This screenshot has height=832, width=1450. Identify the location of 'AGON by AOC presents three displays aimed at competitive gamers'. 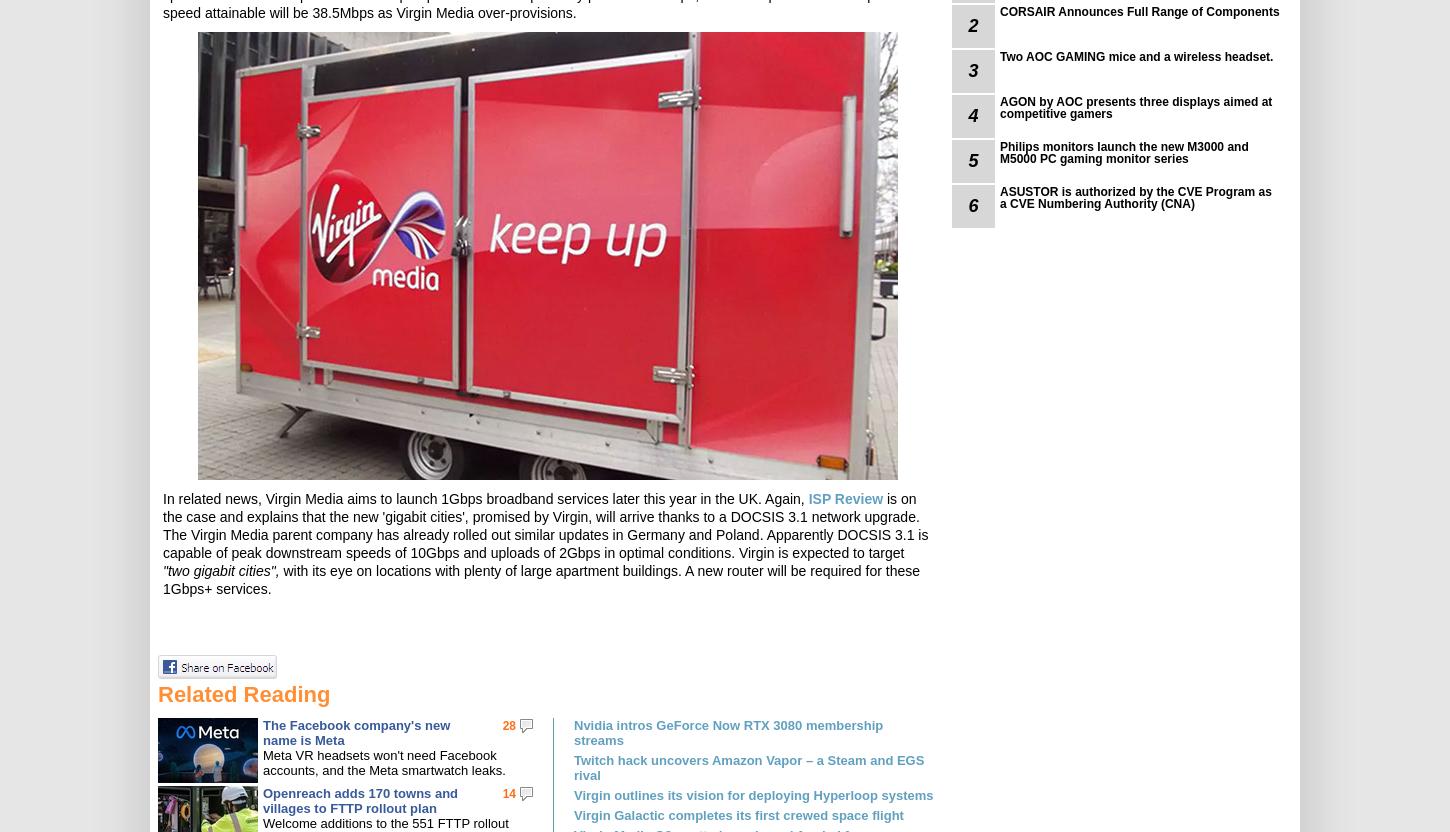
(1000, 107).